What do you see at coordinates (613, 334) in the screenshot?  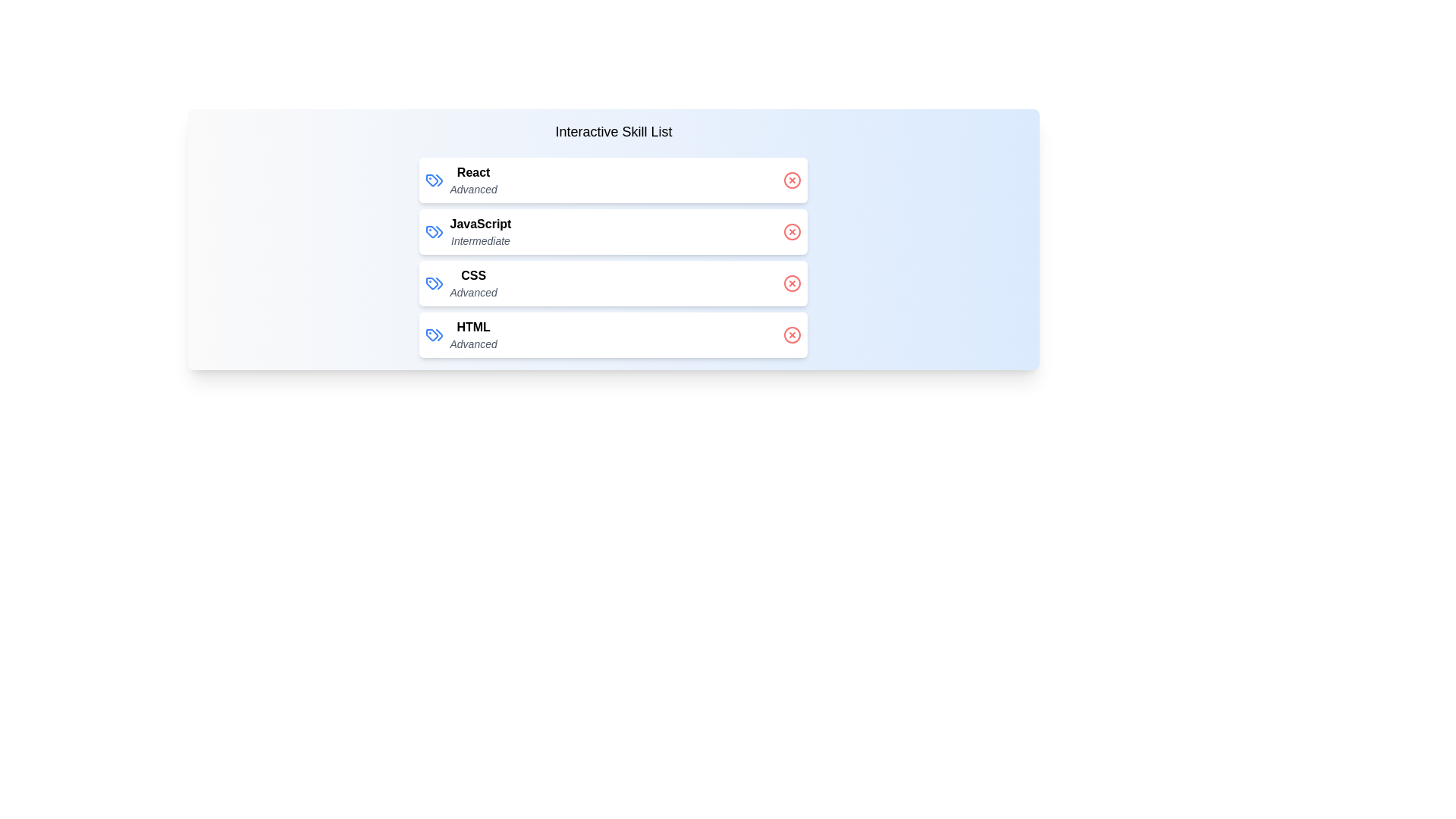 I see `the skill HTML to observe the hover effect` at bounding box center [613, 334].